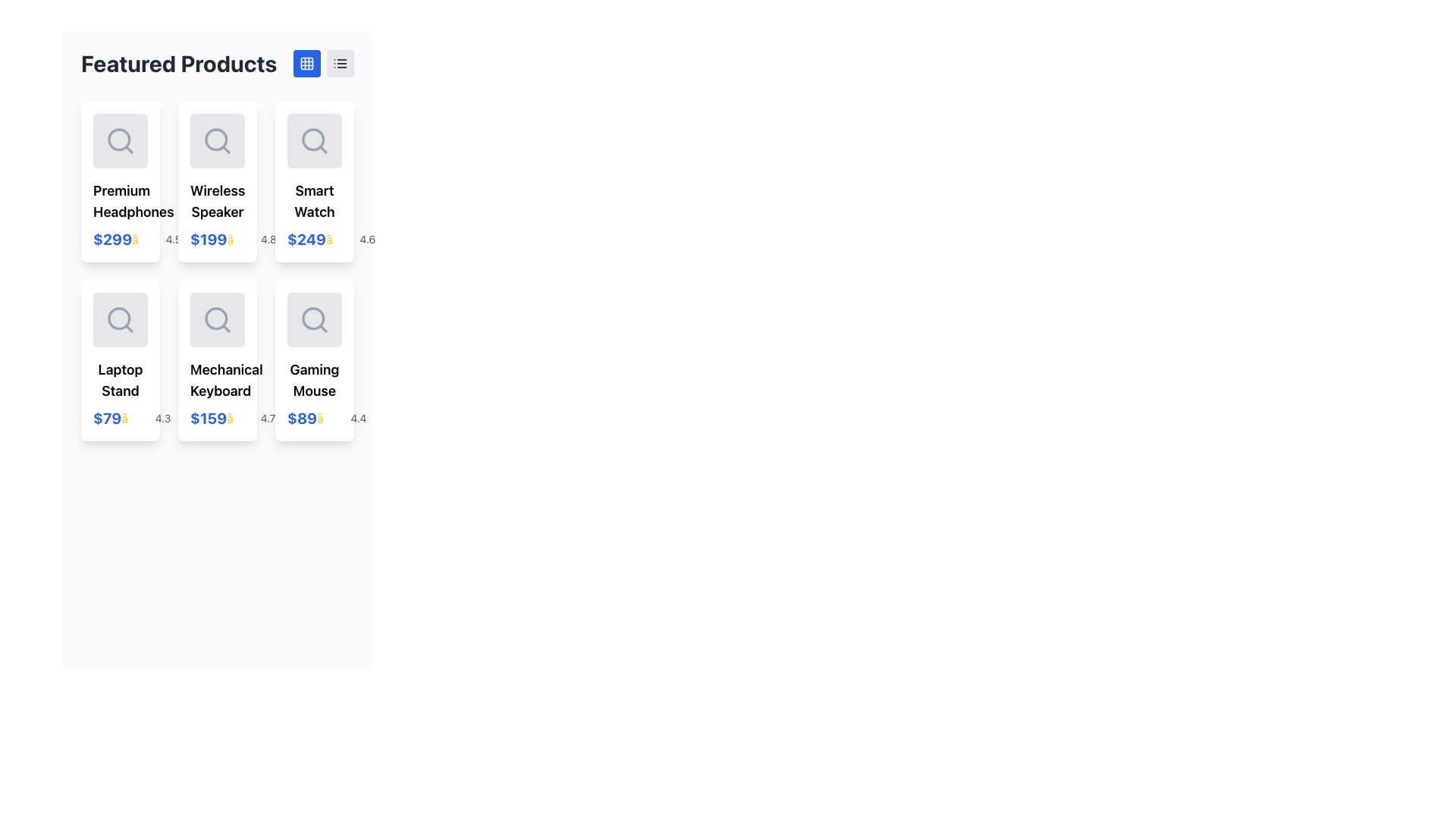 The image size is (1456, 819). I want to click on the Product information display for 'Premium Headphones', located at the bottom of its product card, so click(119, 239).